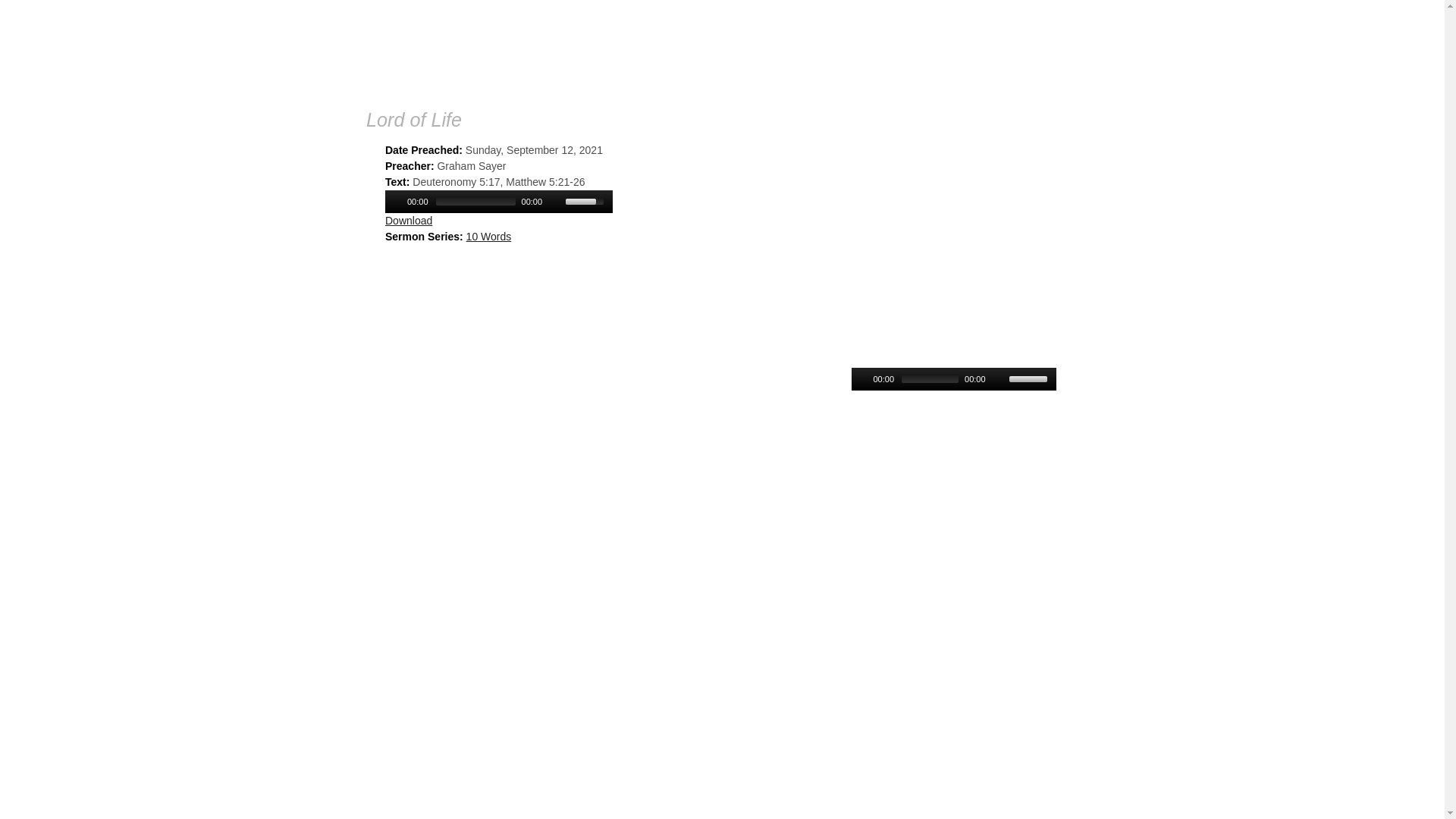 The height and width of the screenshot is (819, 1456). What do you see at coordinates (999, 378) in the screenshot?
I see `'Mute Toggle'` at bounding box center [999, 378].